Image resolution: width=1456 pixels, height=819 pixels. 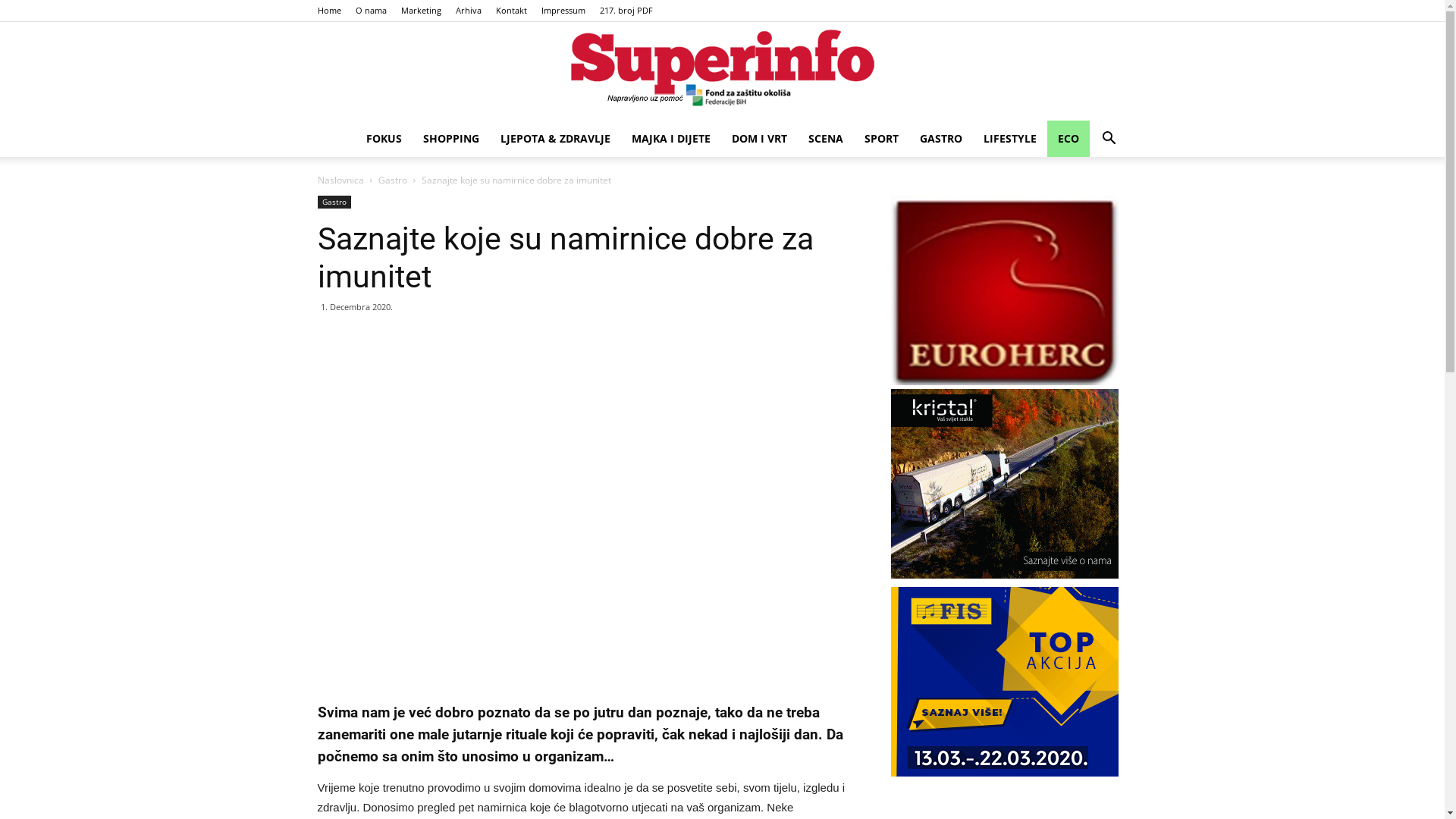 What do you see at coordinates (541, 10) in the screenshot?
I see `'Impressum'` at bounding box center [541, 10].